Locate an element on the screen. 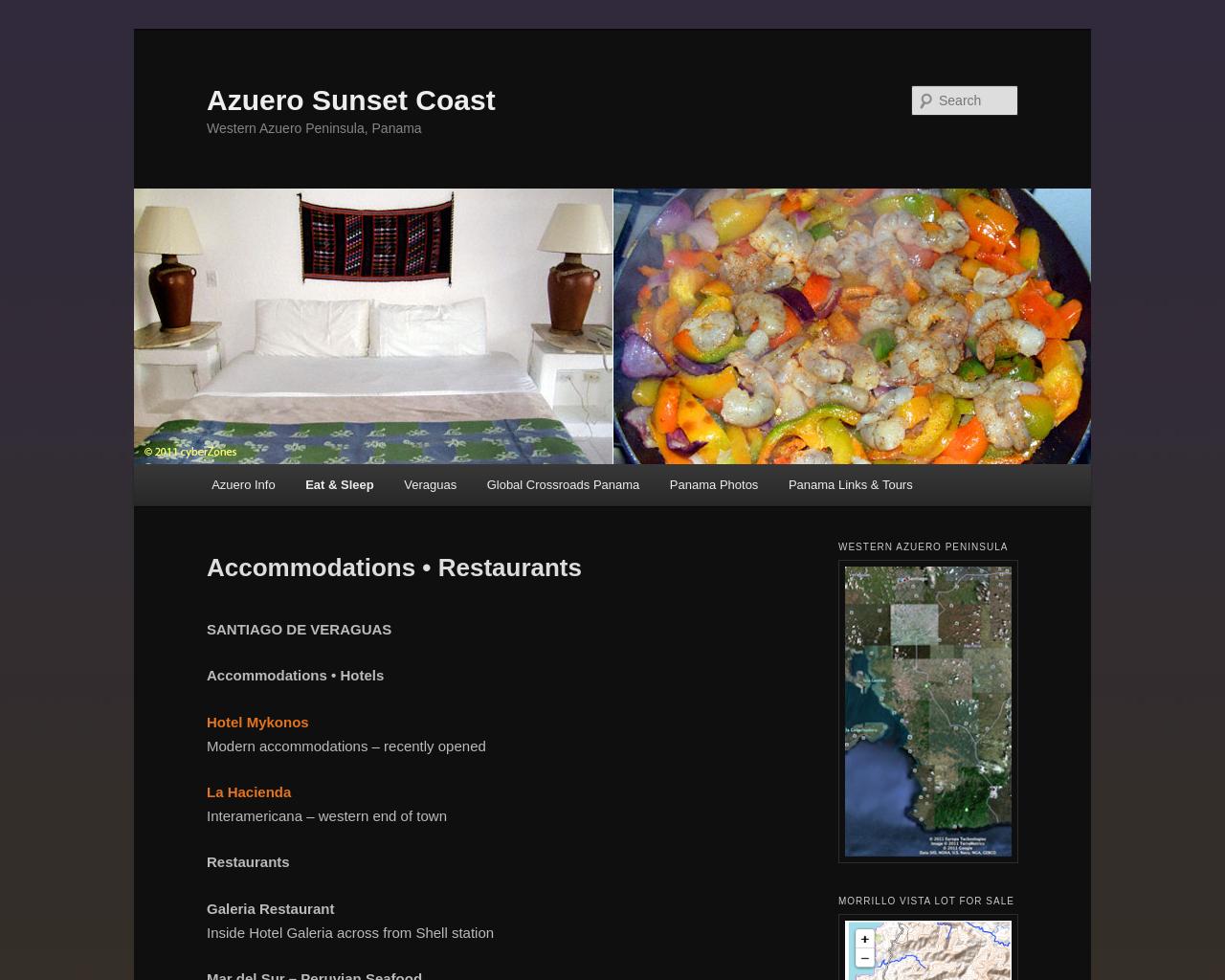 The image size is (1225, 980). 'Interamericana – western end of town' is located at coordinates (325, 813).